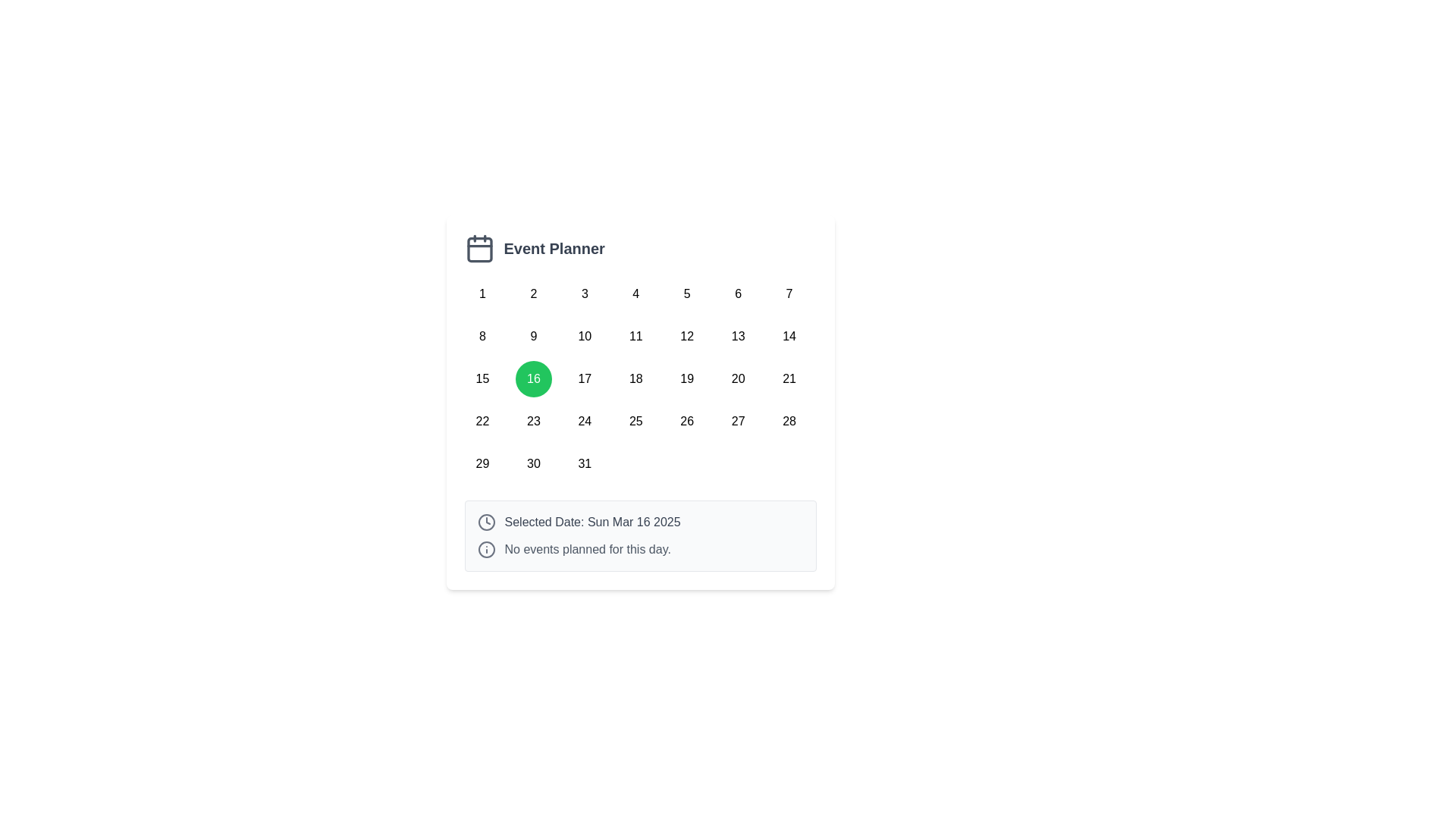 This screenshot has height=819, width=1456. I want to click on the calendar date button located in the 'Event Planner' section, specifically the seventh item in the second row of the date grid, so click(738, 335).